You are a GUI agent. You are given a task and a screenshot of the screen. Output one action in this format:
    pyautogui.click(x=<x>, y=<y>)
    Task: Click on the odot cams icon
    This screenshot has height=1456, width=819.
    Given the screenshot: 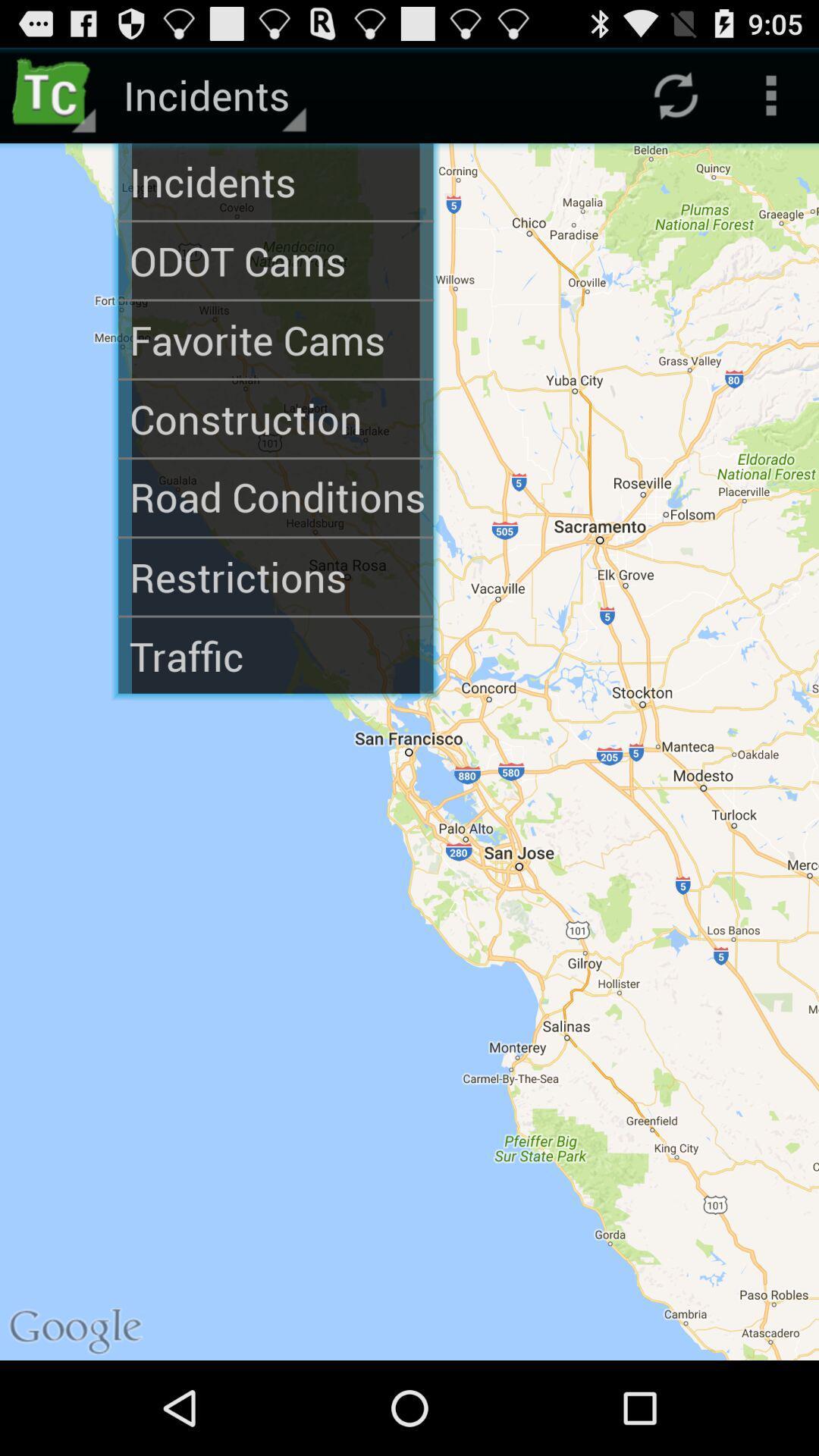 What is the action you would take?
    pyautogui.click(x=275, y=260)
    